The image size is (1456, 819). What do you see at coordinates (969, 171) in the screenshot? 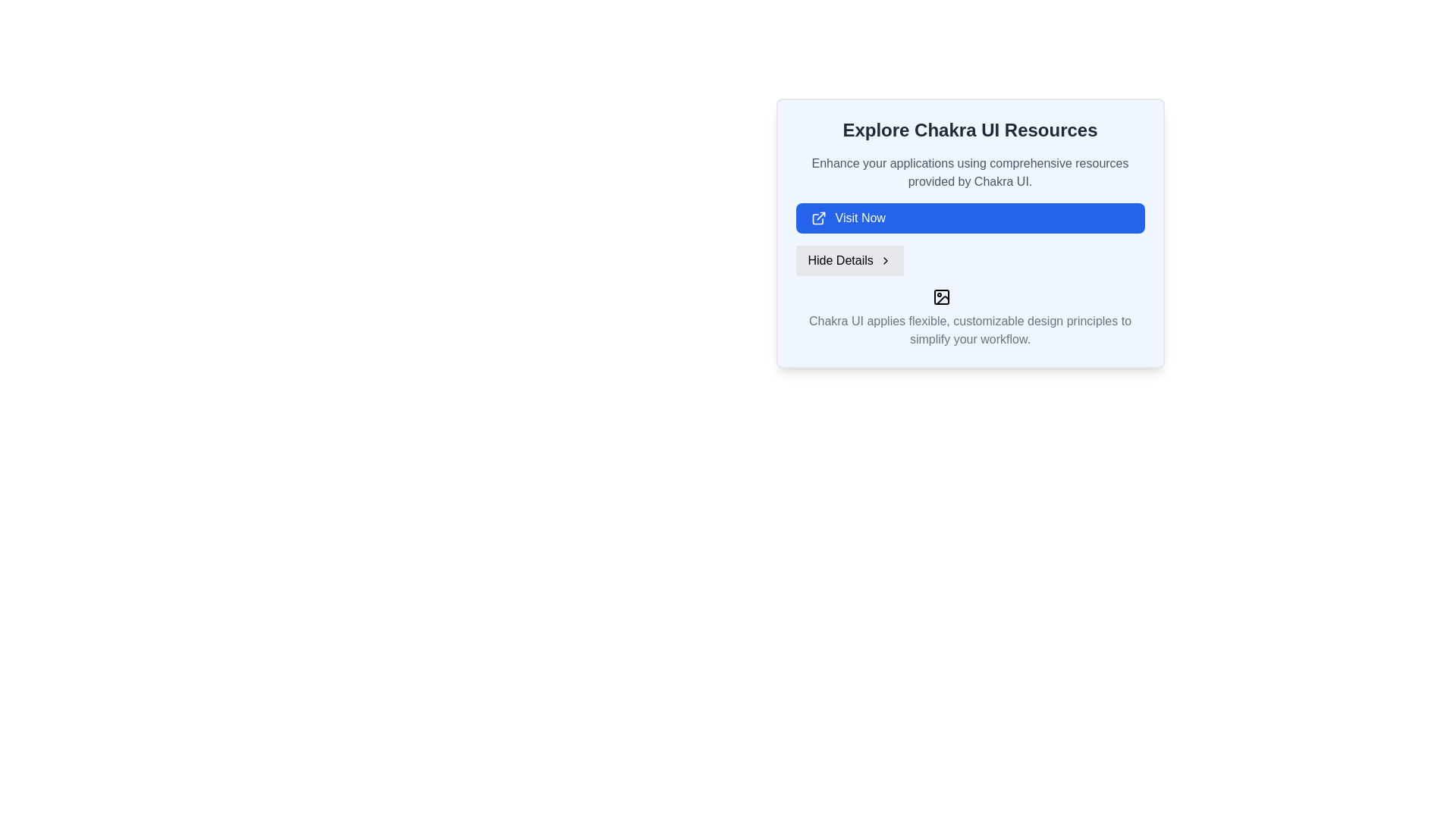
I see `the text block providing an introductory message about Chakra UI resources, located directly below the heading 'Explore Chakra UI Resources' and above the button 'Visit Now'` at bounding box center [969, 171].